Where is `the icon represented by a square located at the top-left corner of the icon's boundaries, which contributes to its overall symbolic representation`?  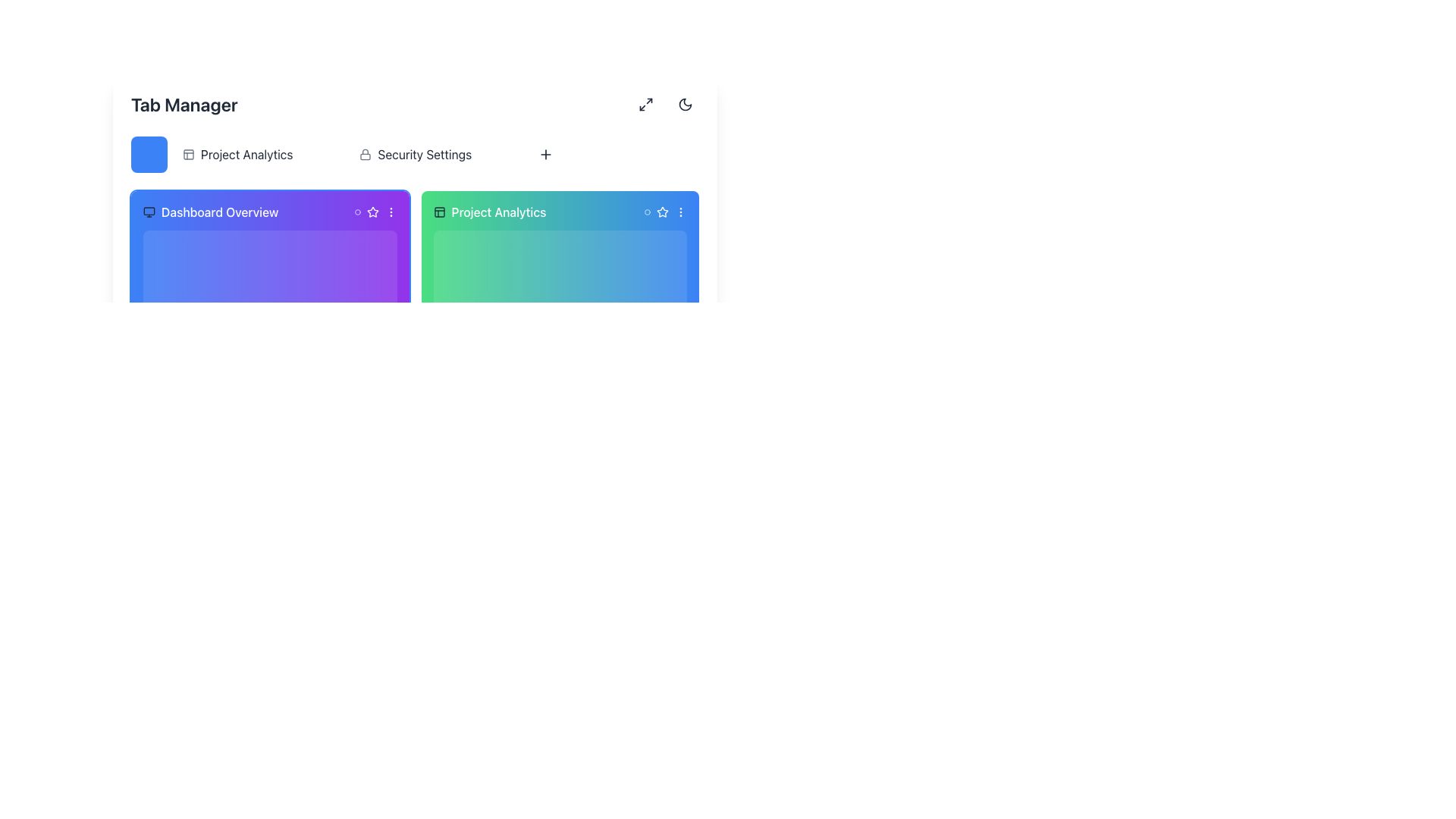
the icon represented by a square located at the top-left corner of the icon's boundaries, which contributes to its overall symbolic representation is located at coordinates (438, 212).